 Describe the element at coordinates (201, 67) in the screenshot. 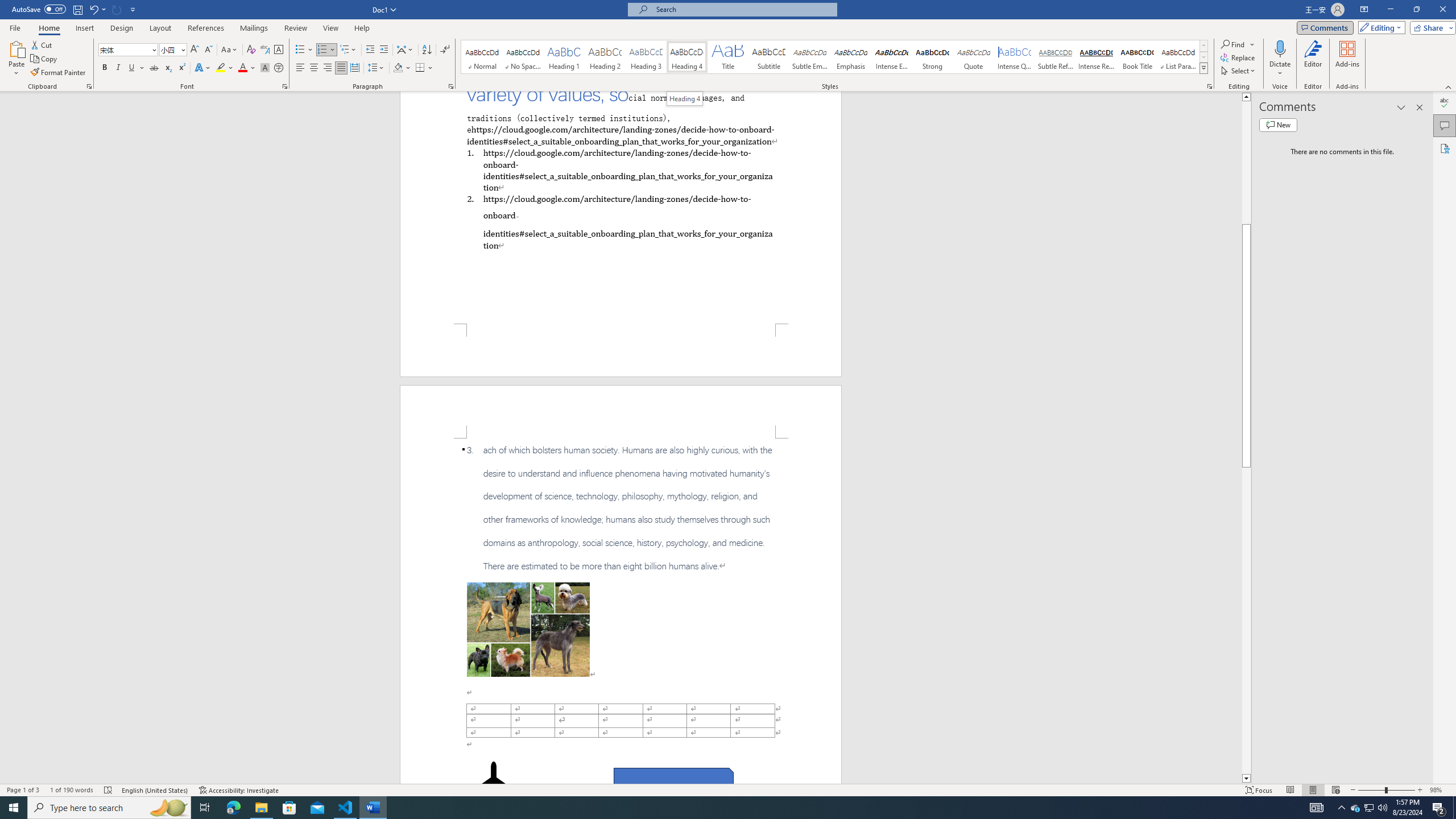

I see `'Text Effects and Typography'` at that location.